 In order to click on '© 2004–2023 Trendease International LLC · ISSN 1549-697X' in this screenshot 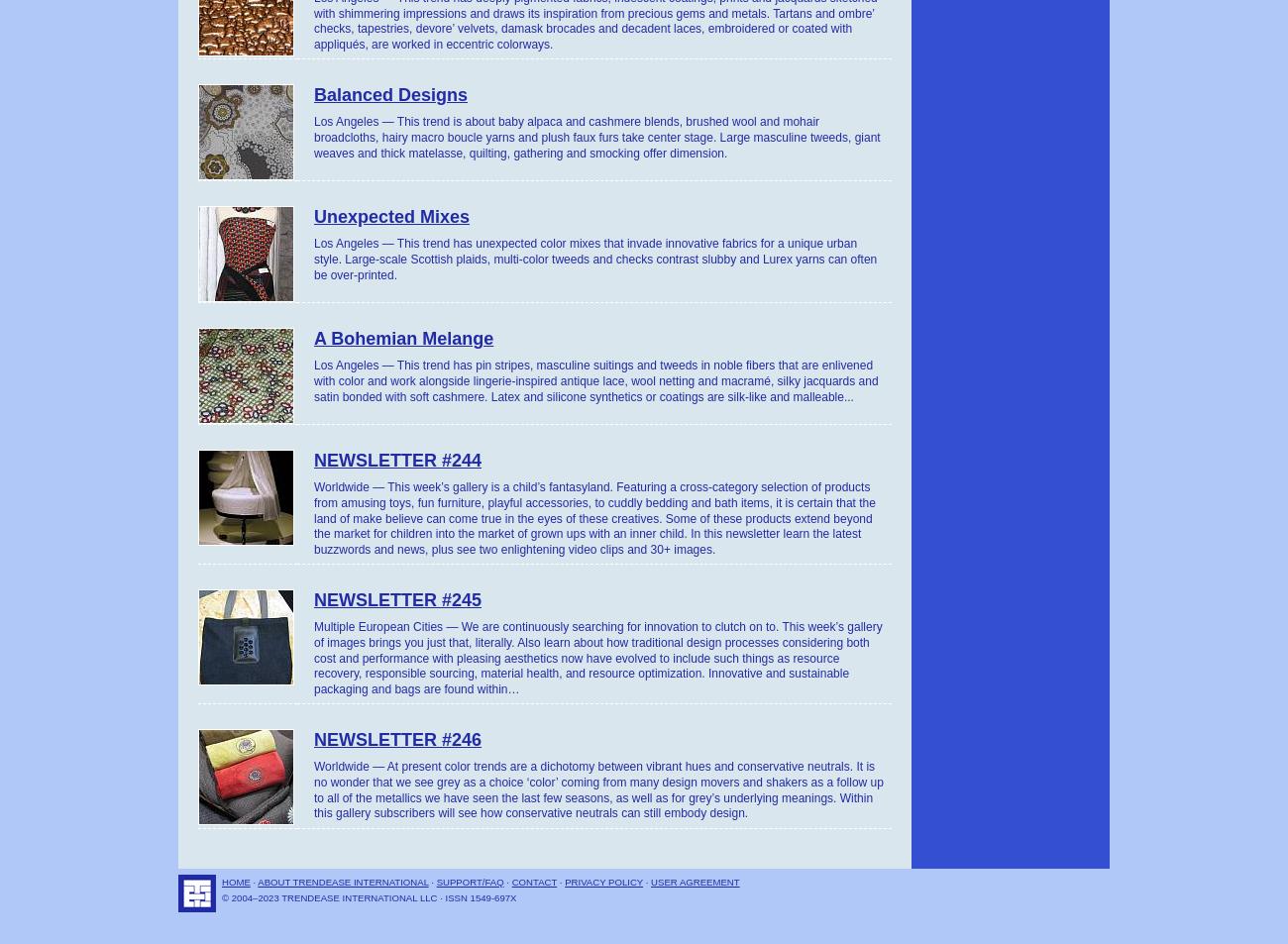, I will do `click(368, 897)`.